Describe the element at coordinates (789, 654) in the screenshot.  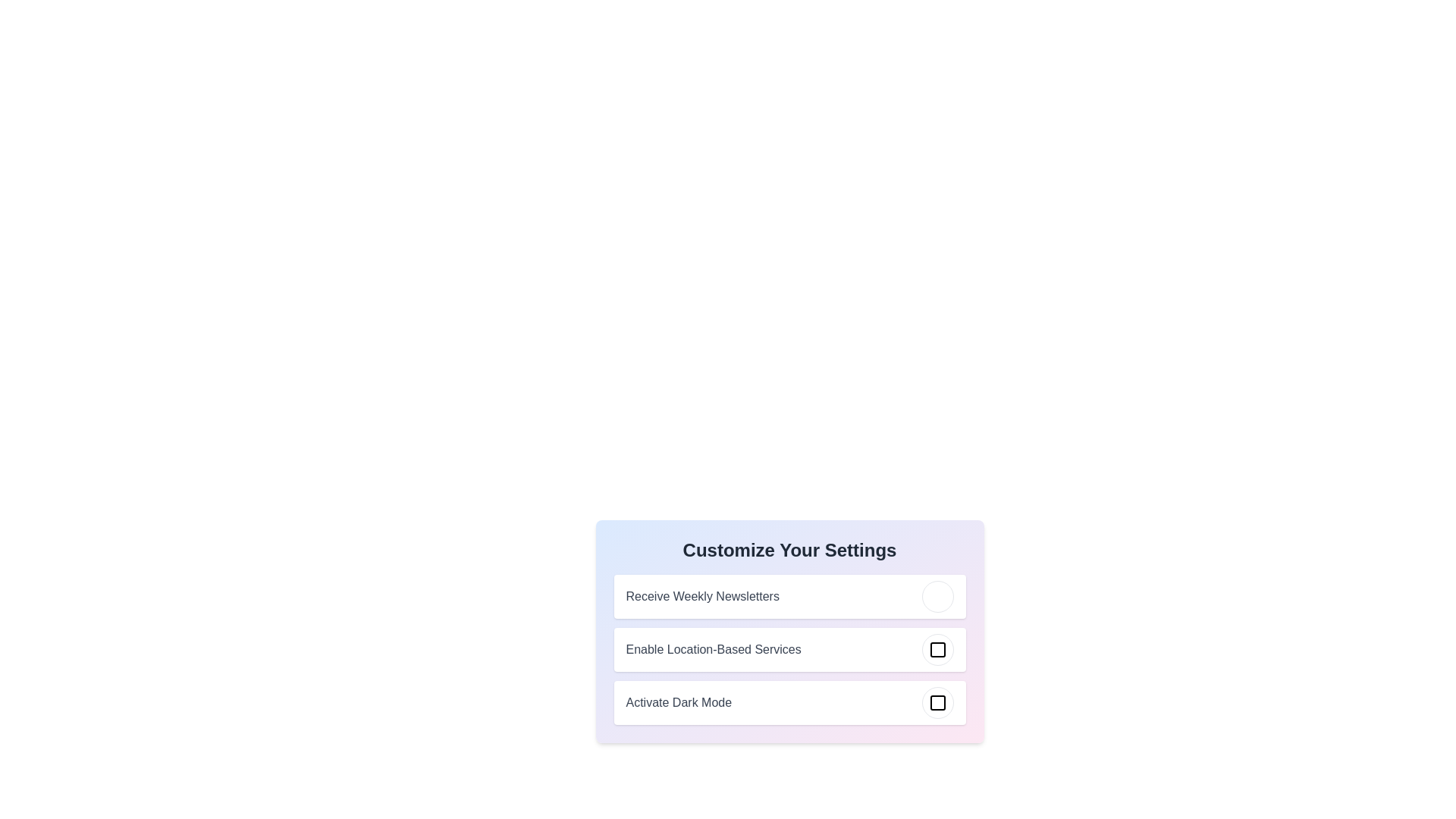
I see `the toggle button for 'Enable Location-Based Services'` at that location.